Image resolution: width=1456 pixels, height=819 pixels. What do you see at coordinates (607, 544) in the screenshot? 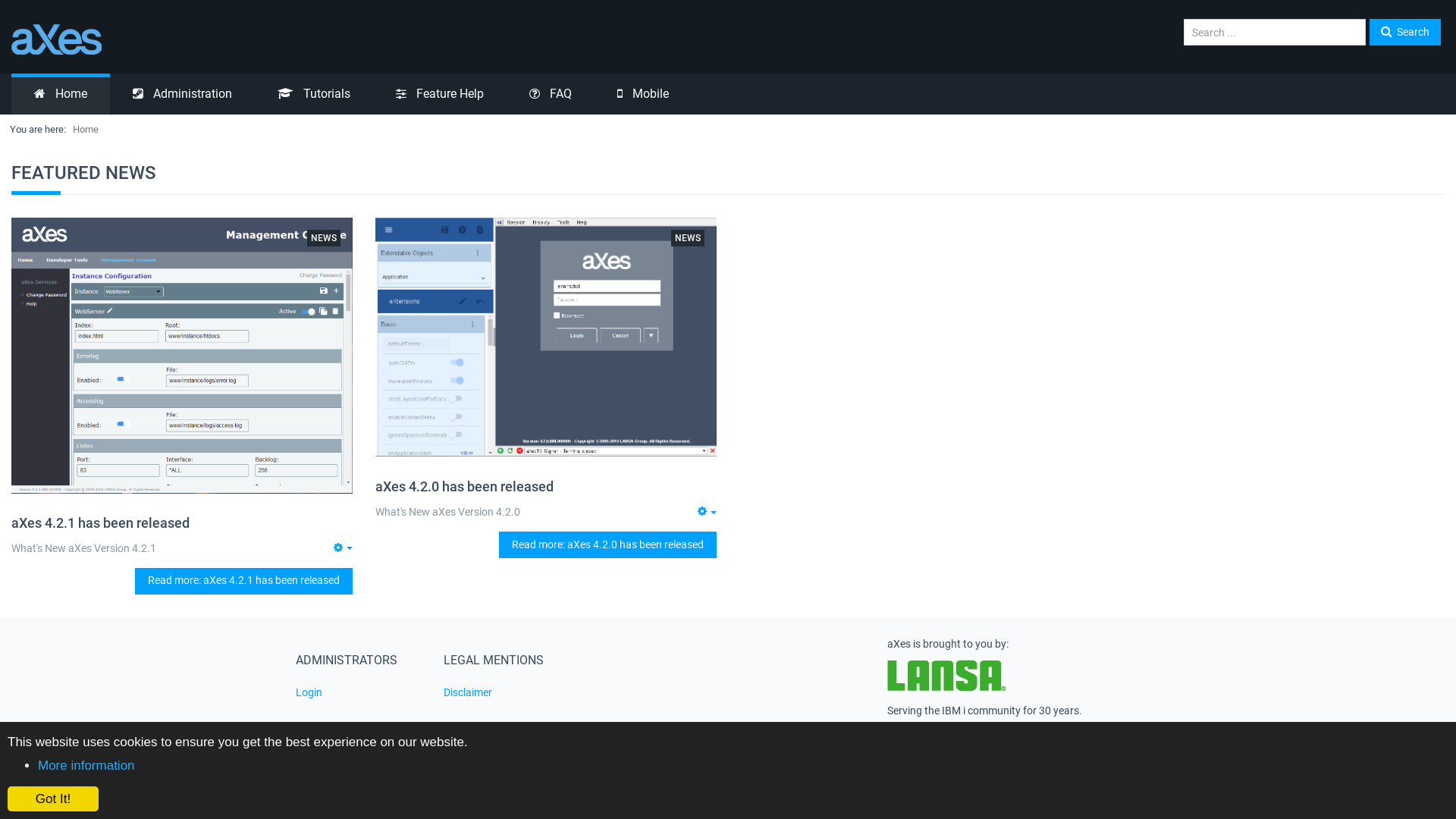
I see `'Read more: aXes 4.2.0 has been released'` at bounding box center [607, 544].